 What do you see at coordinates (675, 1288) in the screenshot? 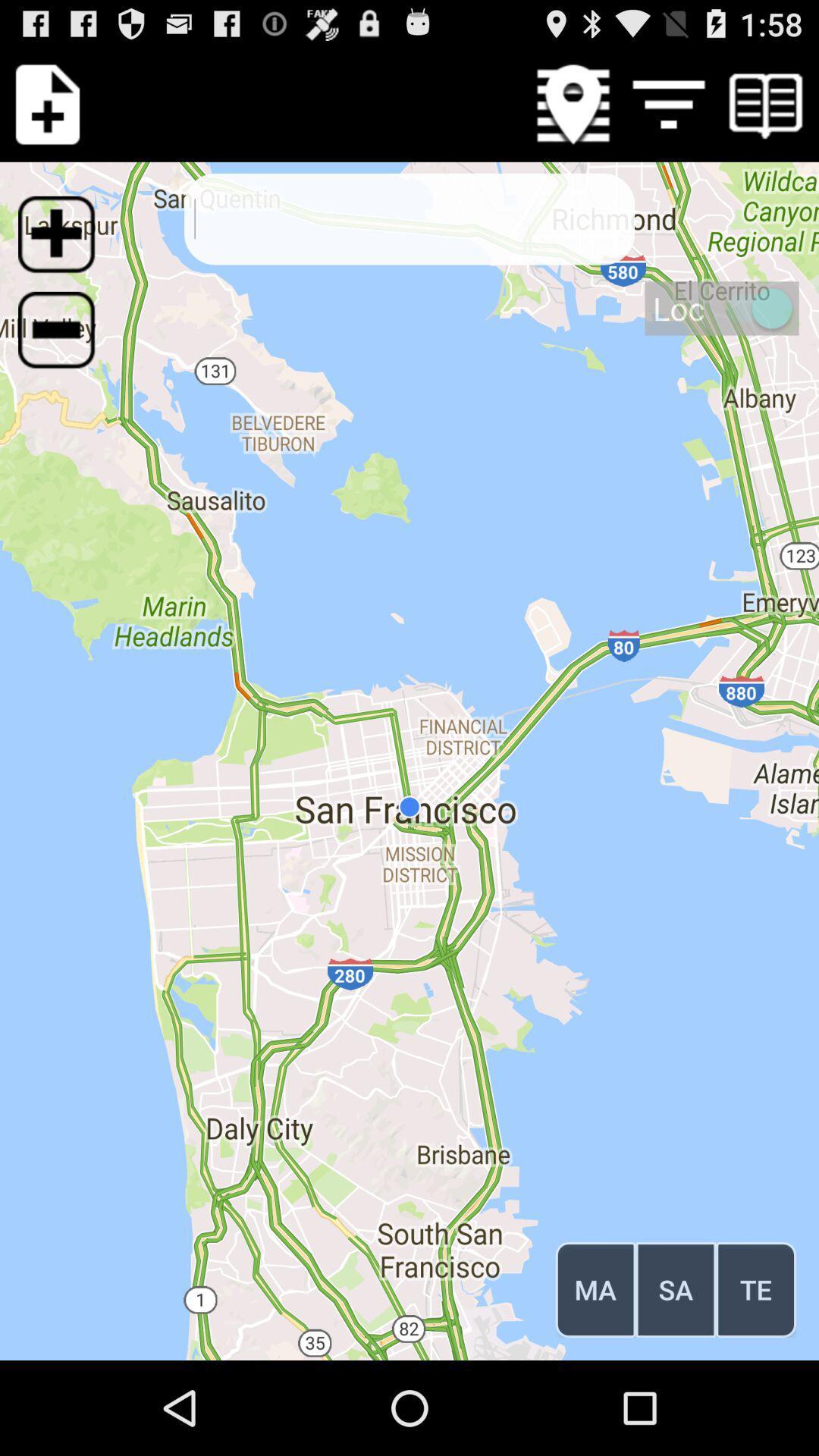
I see `the button to the left of te button` at bounding box center [675, 1288].